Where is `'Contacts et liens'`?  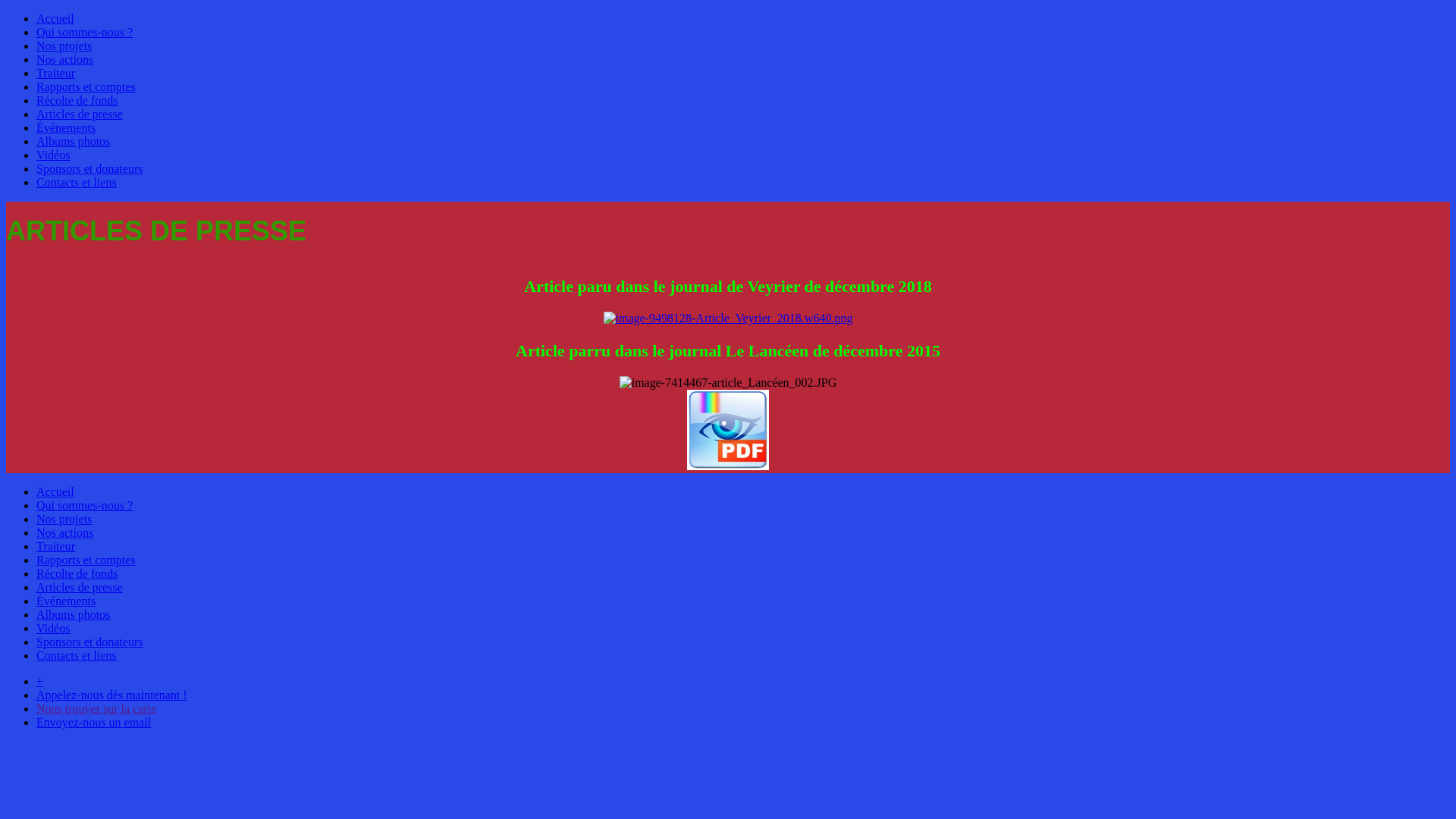
'Contacts et liens' is located at coordinates (75, 654).